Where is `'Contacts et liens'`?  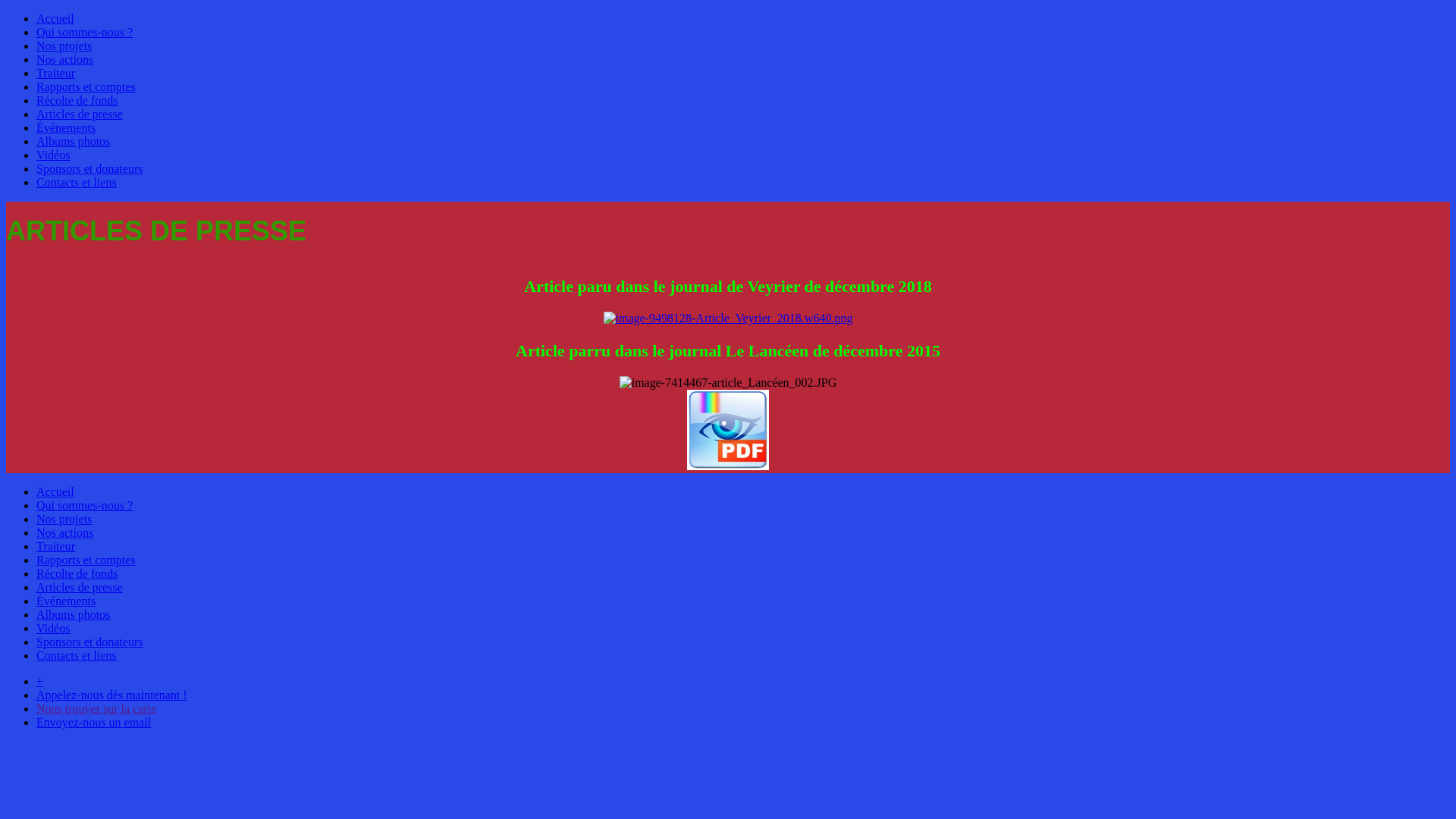
'Contacts et liens' is located at coordinates (75, 654).